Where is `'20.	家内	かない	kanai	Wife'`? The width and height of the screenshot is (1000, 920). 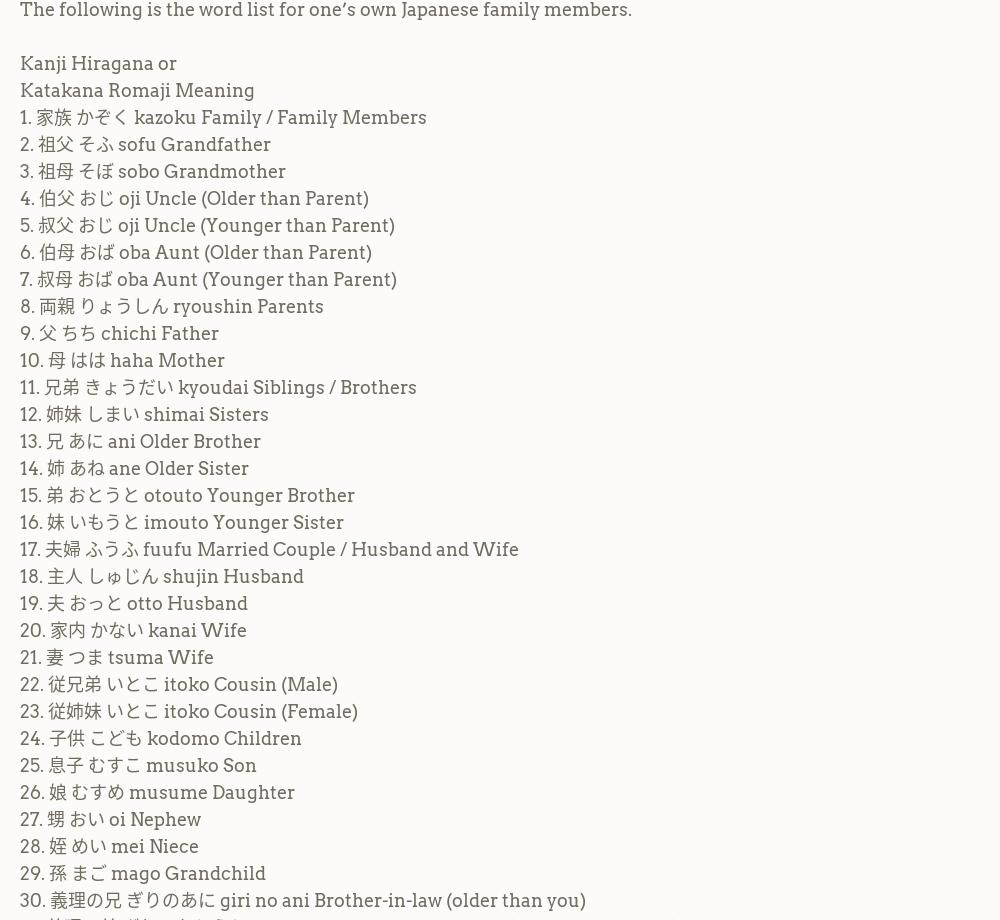 '20.	家内	かない	kanai	Wife' is located at coordinates (133, 628).